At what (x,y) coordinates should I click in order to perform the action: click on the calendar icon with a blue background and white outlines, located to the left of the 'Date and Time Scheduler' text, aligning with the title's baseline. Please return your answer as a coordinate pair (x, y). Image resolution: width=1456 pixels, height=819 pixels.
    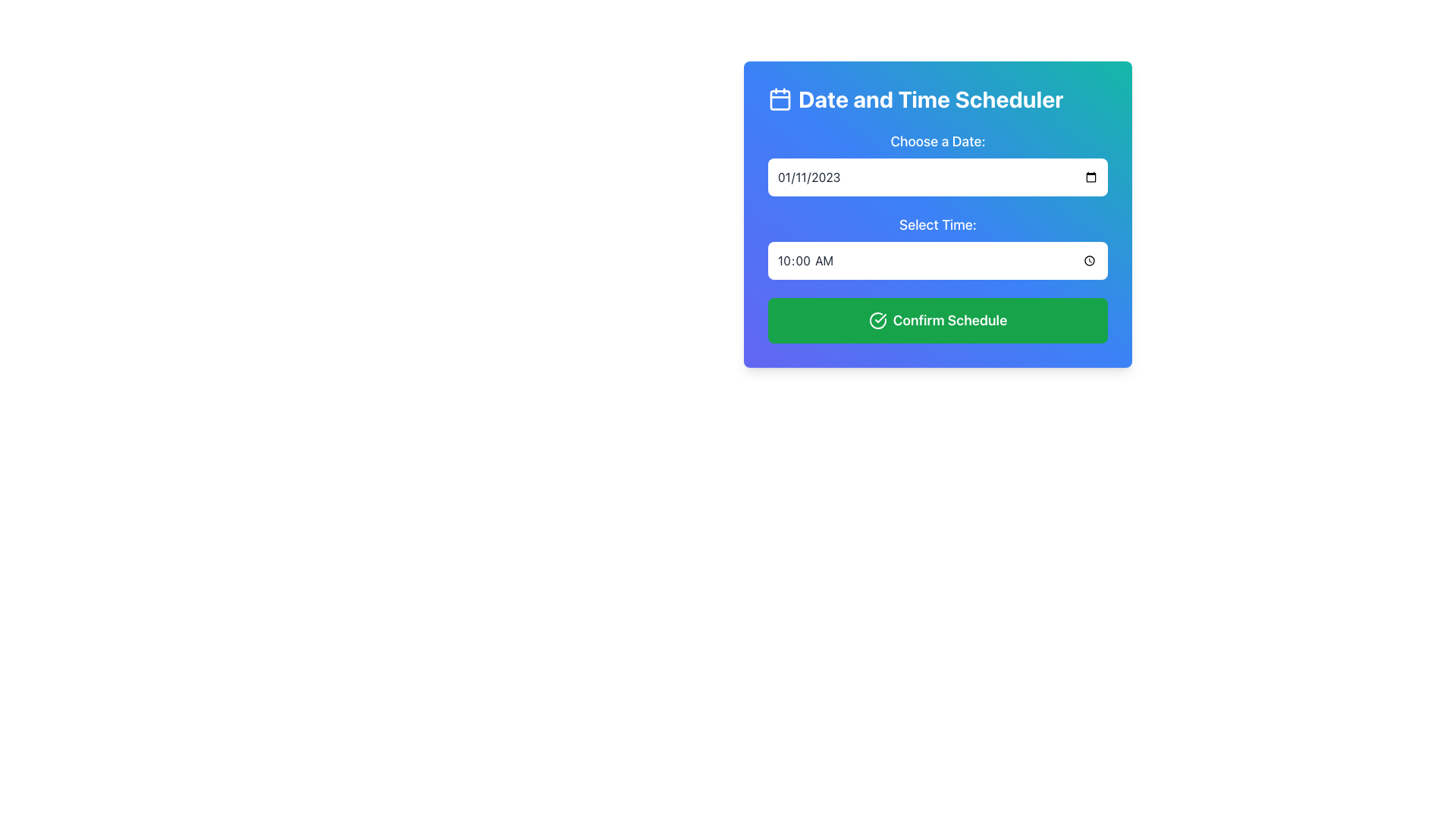
    Looking at the image, I should click on (780, 99).